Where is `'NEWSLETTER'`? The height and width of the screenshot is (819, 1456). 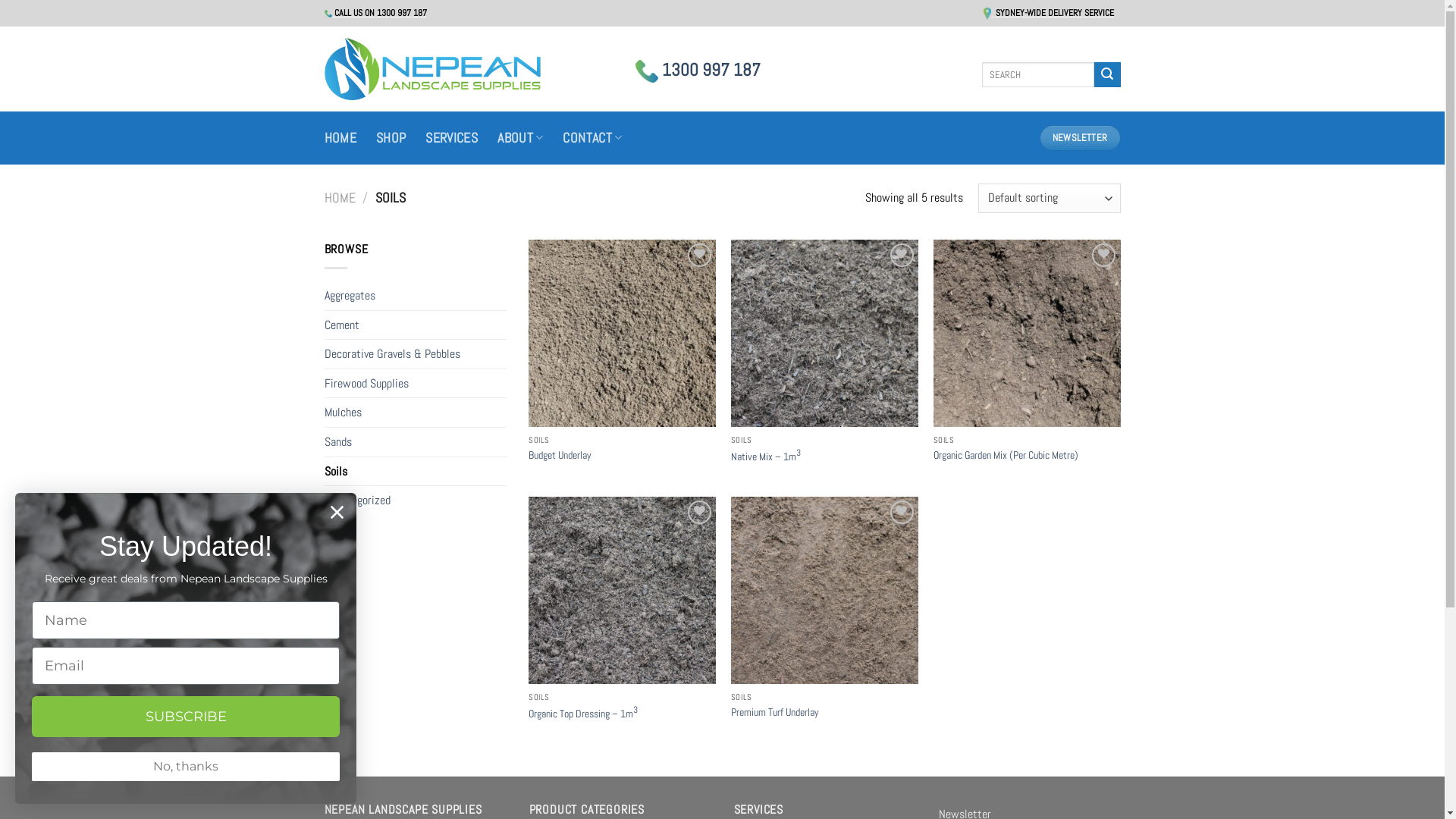 'NEWSLETTER' is located at coordinates (1079, 137).